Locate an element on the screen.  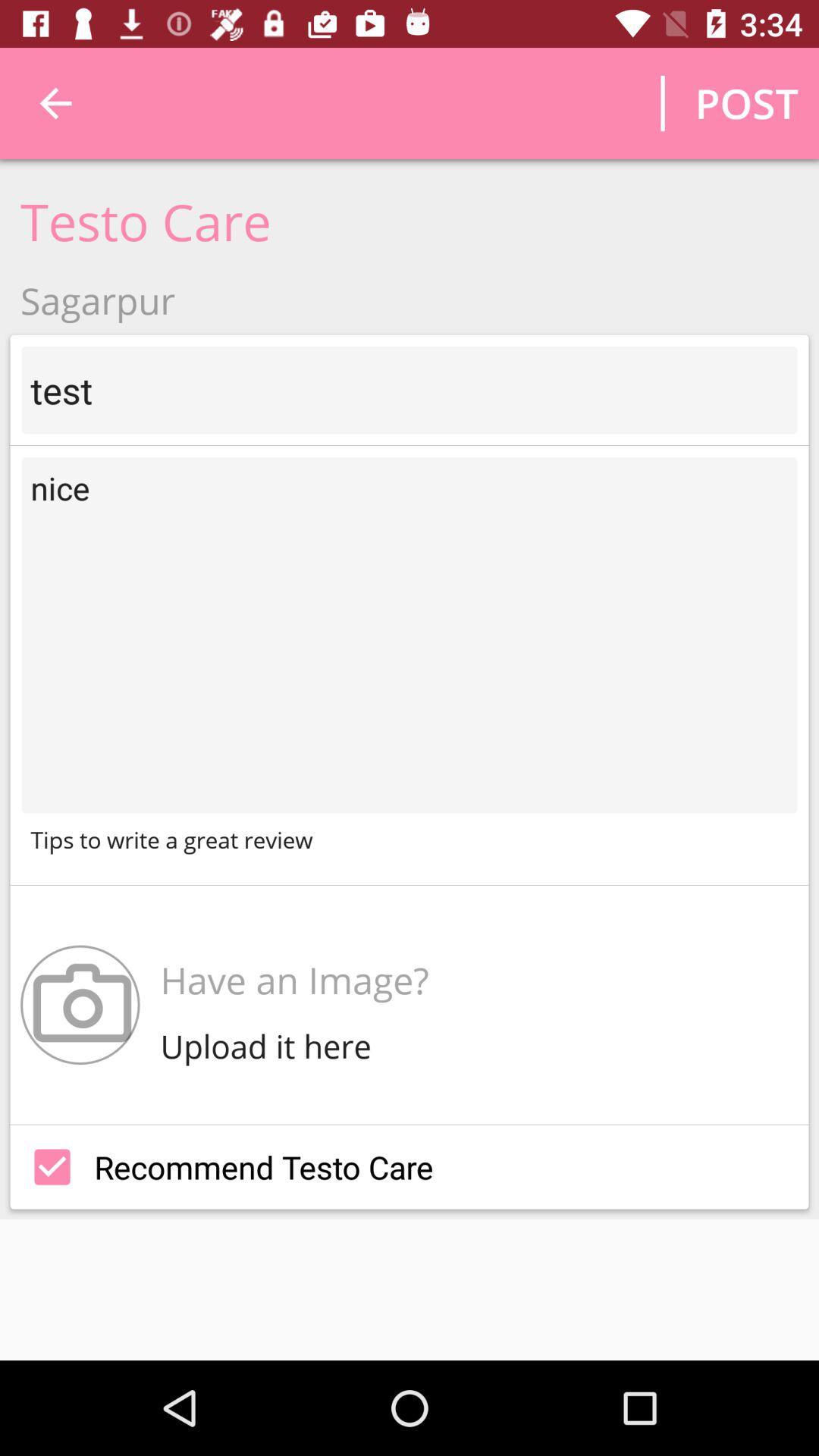
the icon above the tips to write icon is located at coordinates (409, 635).